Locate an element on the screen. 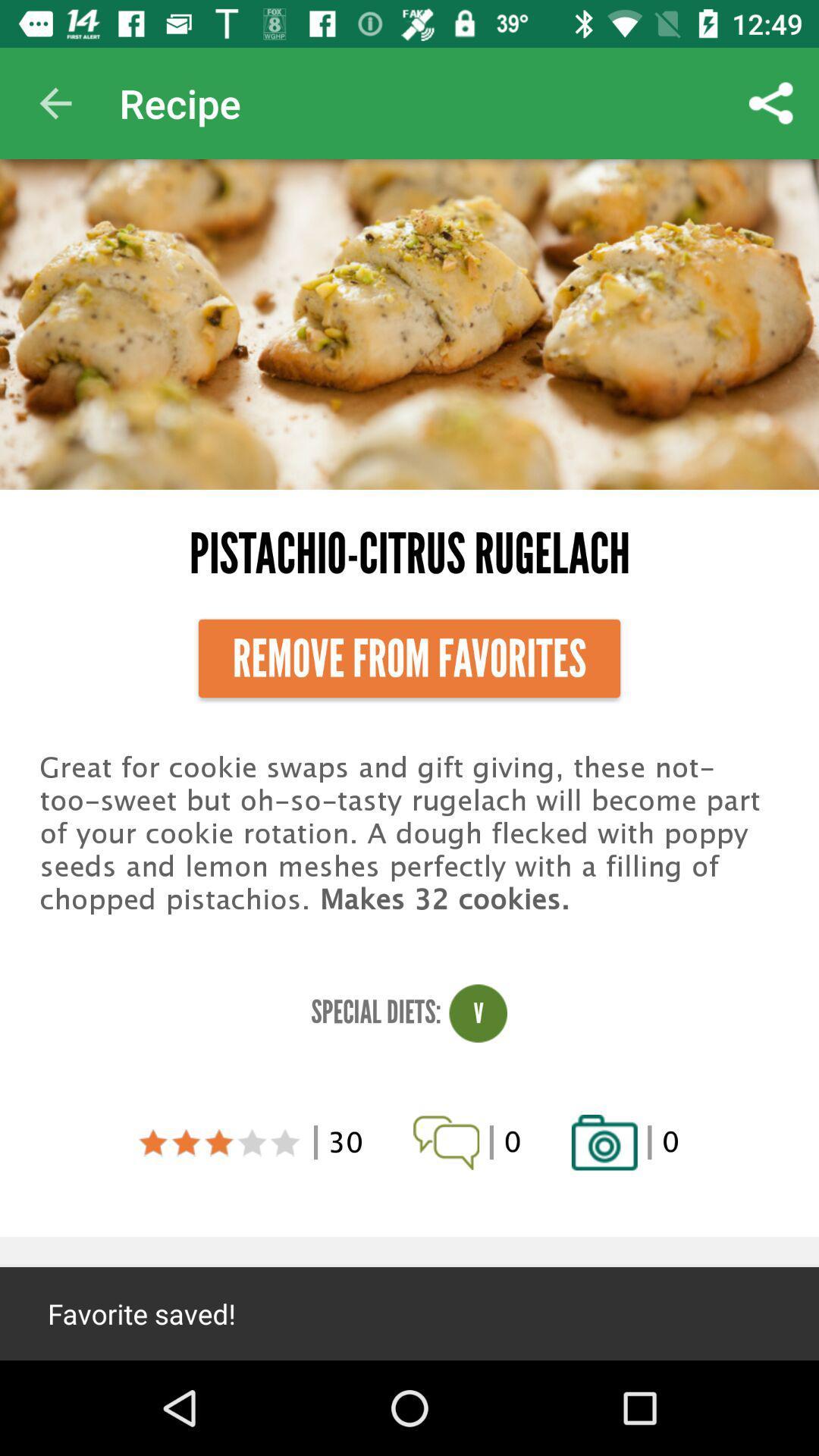  the item above the pistachio-citrus rugelach is located at coordinates (55, 102).